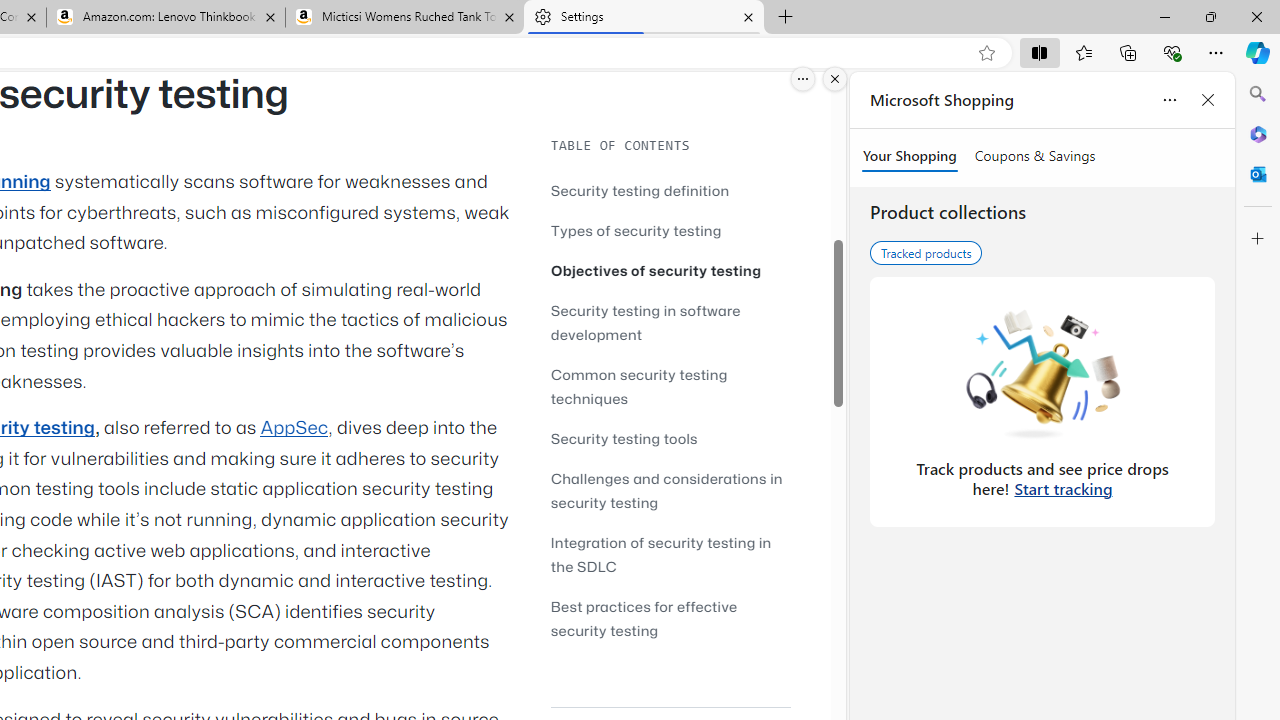 Image resolution: width=1280 pixels, height=720 pixels. What do you see at coordinates (670, 490) in the screenshot?
I see `'Challenges and considerations in security testing'` at bounding box center [670, 490].